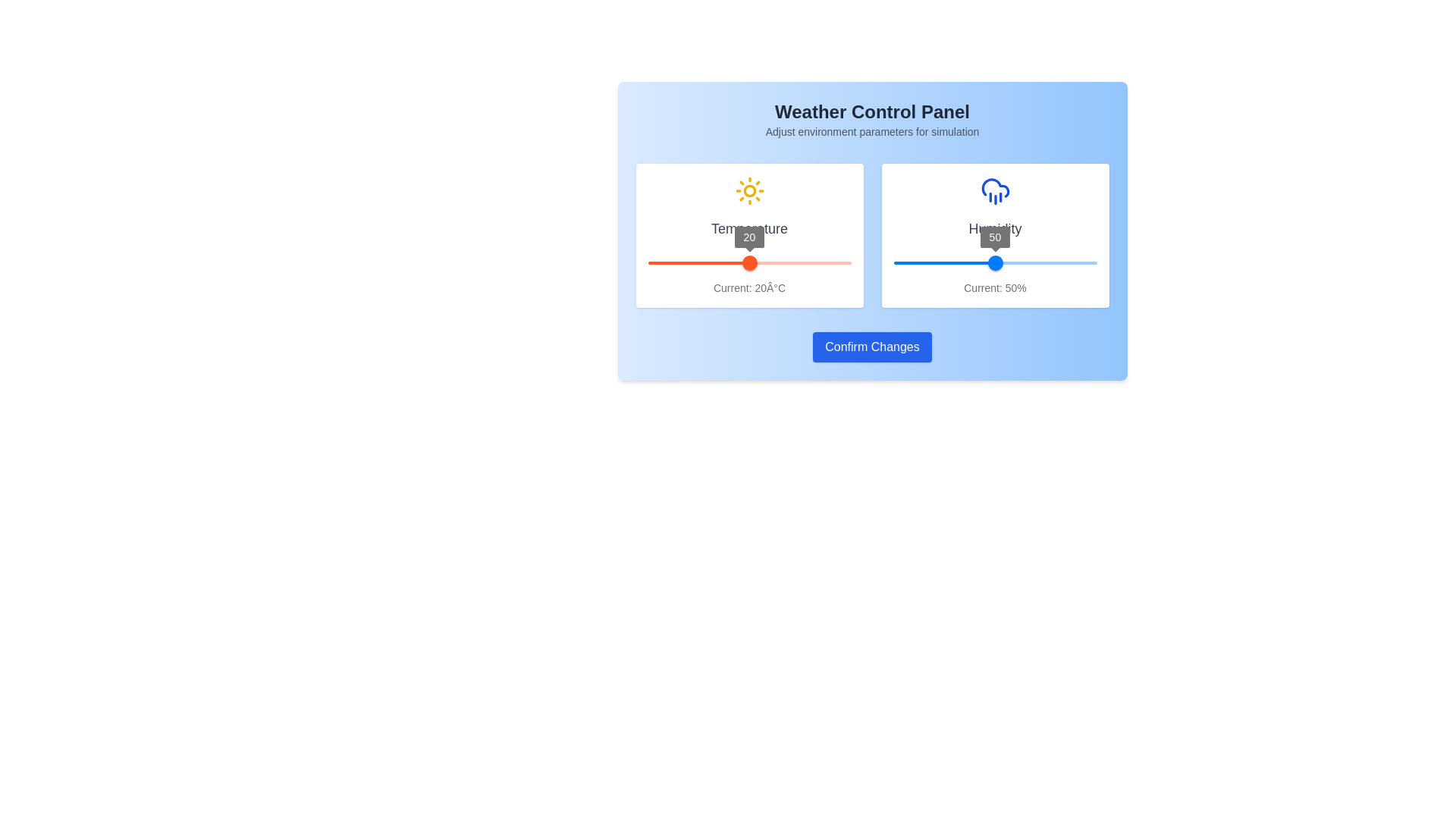 This screenshot has height=819, width=1456. I want to click on humidity, so click(928, 262).